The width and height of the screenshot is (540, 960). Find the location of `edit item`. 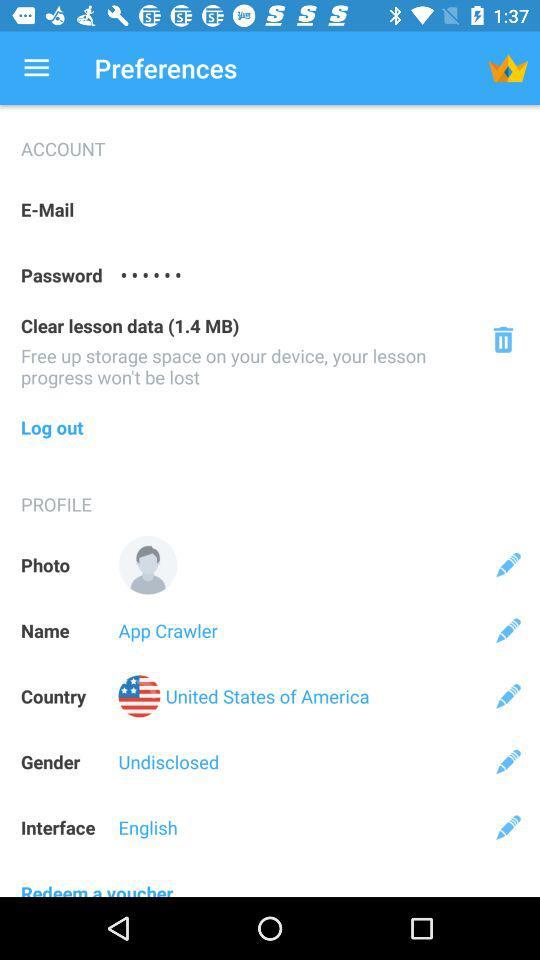

edit item is located at coordinates (508, 565).